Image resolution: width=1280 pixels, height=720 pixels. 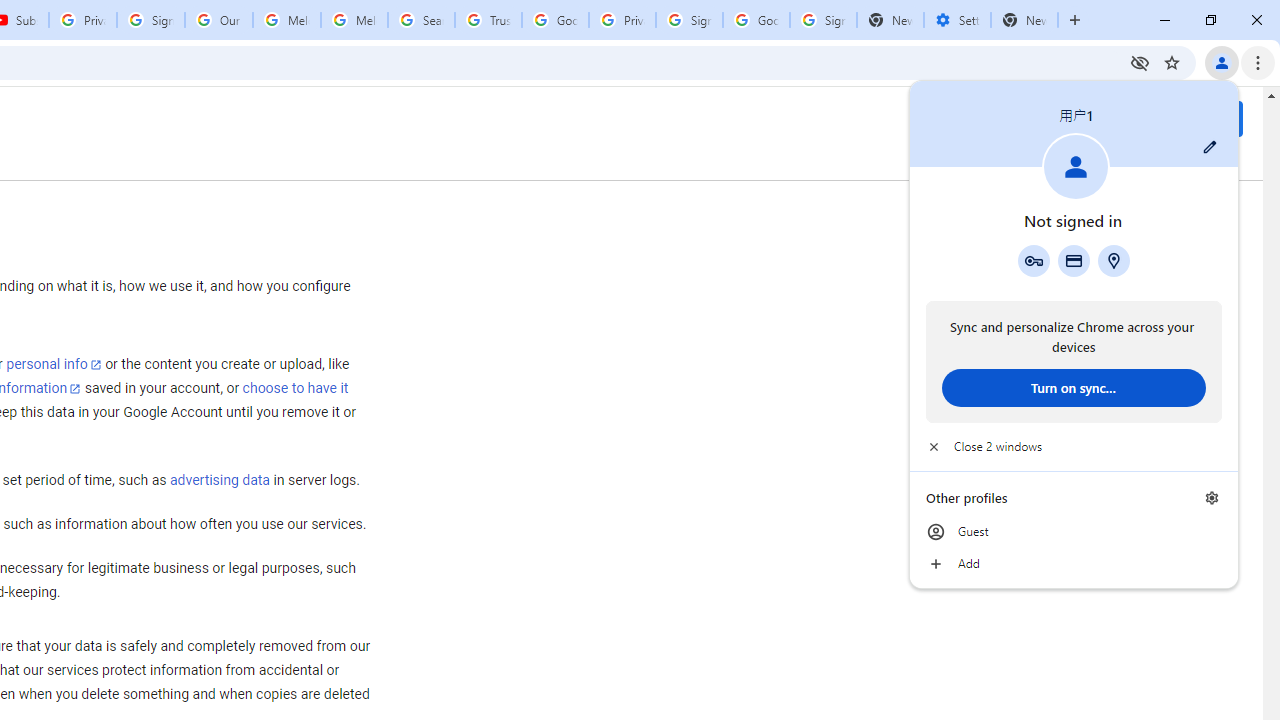 What do you see at coordinates (219, 481) in the screenshot?
I see `'advertising data'` at bounding box center [219, 481].